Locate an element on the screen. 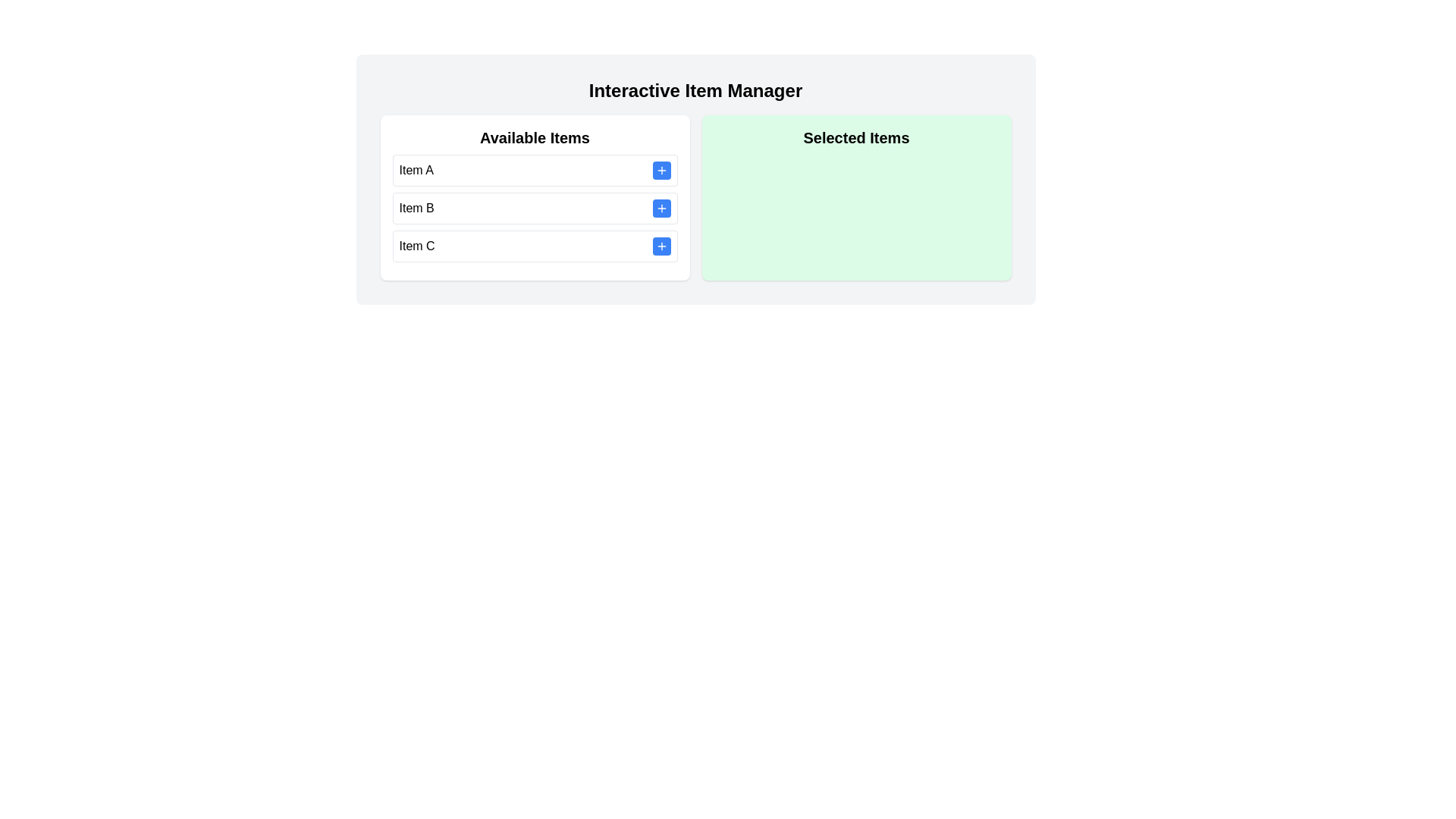 Image resolution: width=1456 pixels, height=819 pixels. the second row item is located at coordinates (535, 208).